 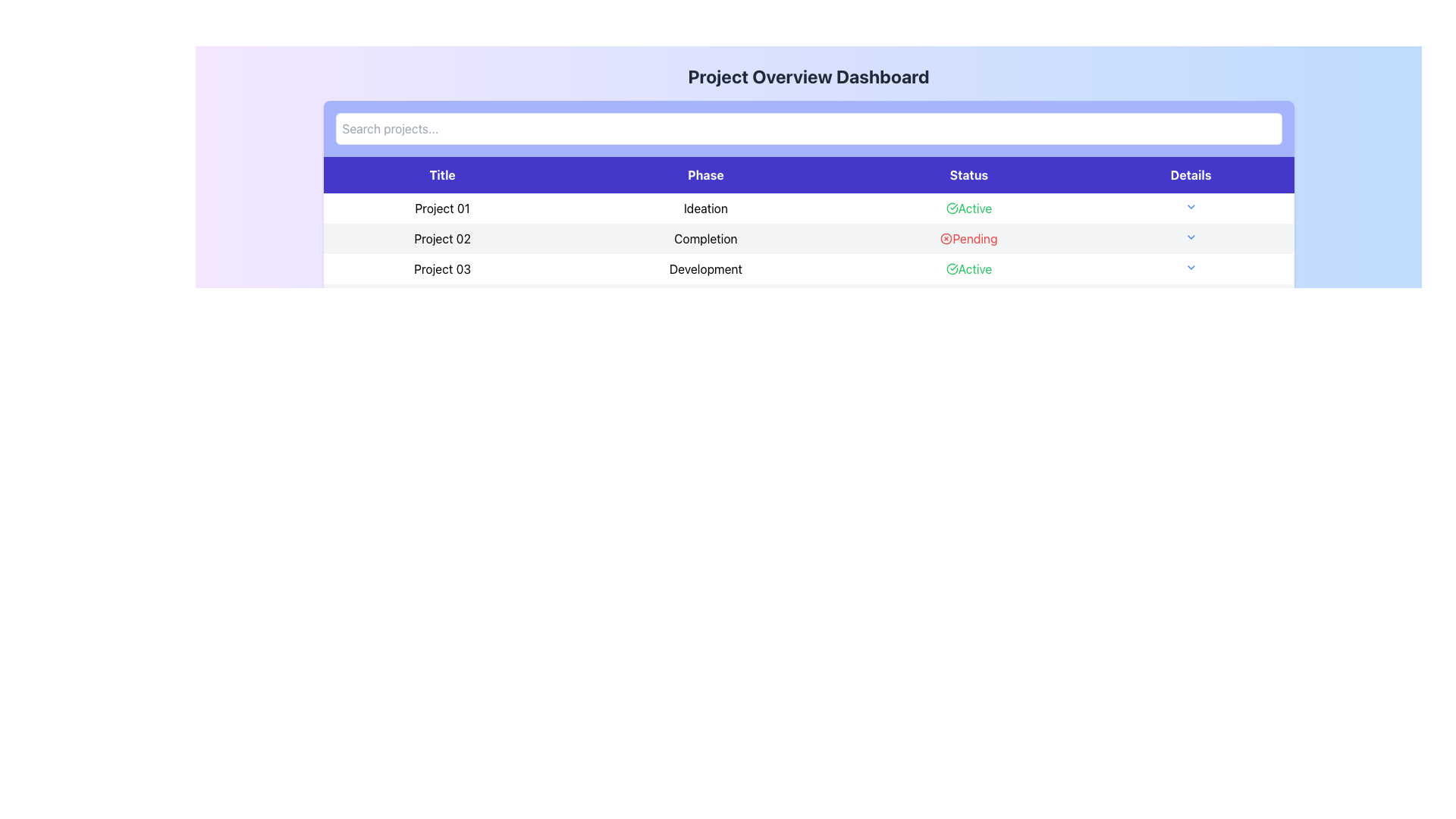 What do you see at coordinates (946, 239) in the screenshot?
I see `the SVG Circle Element representing the status of 'Project 02' in the table, which appears before the text 'Pending'` at bounding box center [946, 239].